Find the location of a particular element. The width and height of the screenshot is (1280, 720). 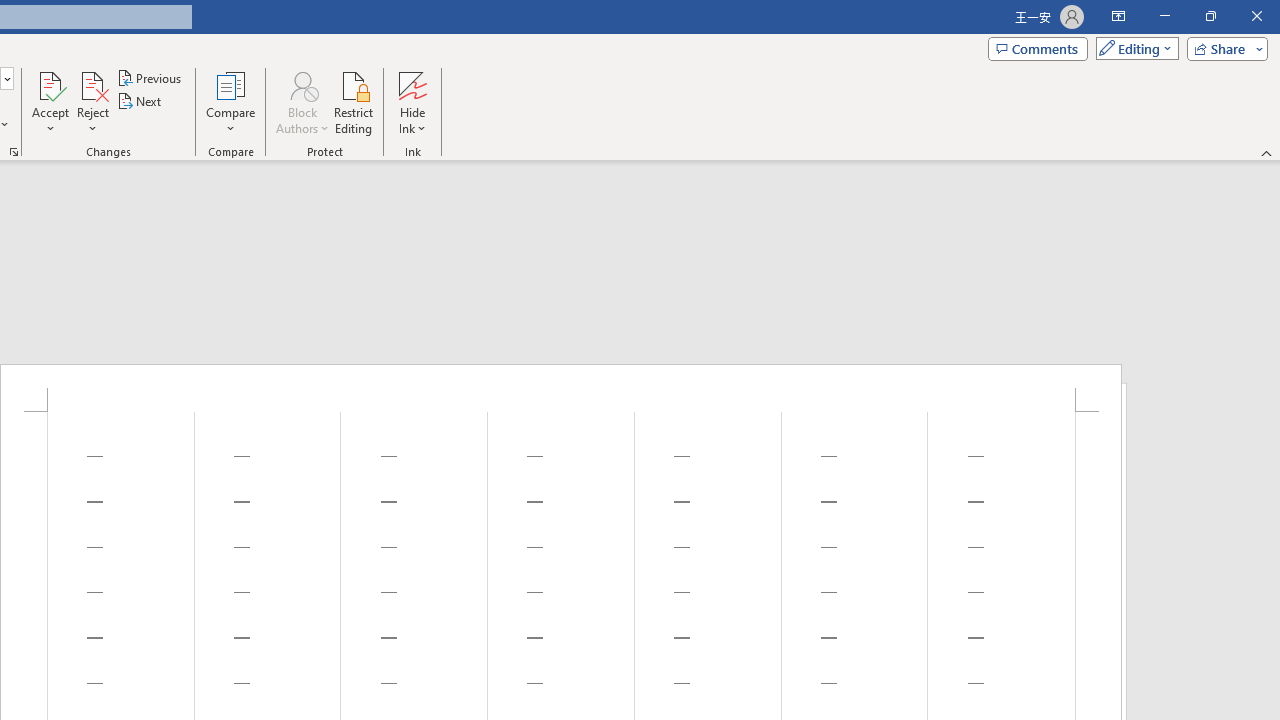

'Block Authors' is located at coordinates (301, 84).